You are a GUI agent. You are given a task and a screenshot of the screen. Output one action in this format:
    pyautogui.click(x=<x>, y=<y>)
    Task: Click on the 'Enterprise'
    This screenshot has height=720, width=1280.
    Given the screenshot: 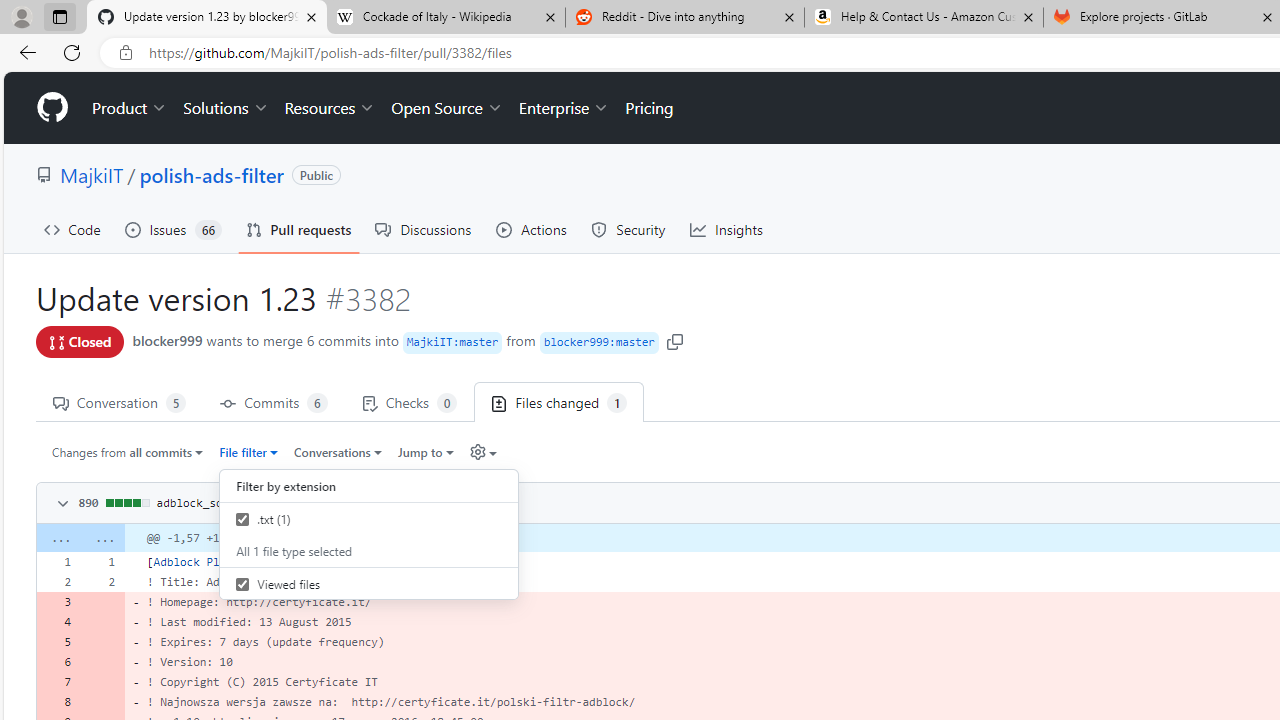 What is the action you would take?
    pyautogui.click(x=562, y=108)
    